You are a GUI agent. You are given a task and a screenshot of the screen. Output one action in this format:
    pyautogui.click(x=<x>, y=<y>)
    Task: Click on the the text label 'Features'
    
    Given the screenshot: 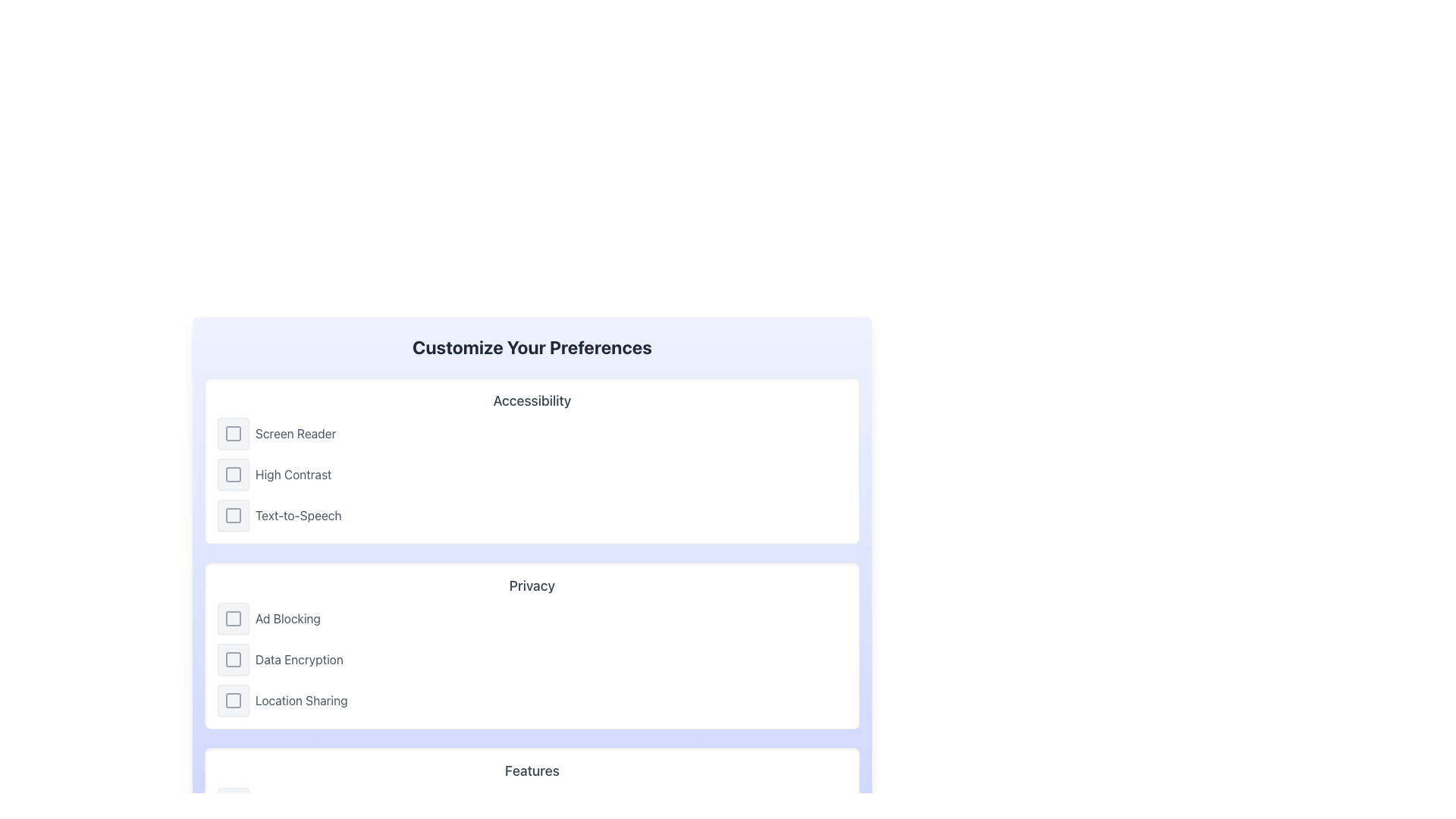 What is the action you would take?
    pyautogui.click(x=532, y=771)
    